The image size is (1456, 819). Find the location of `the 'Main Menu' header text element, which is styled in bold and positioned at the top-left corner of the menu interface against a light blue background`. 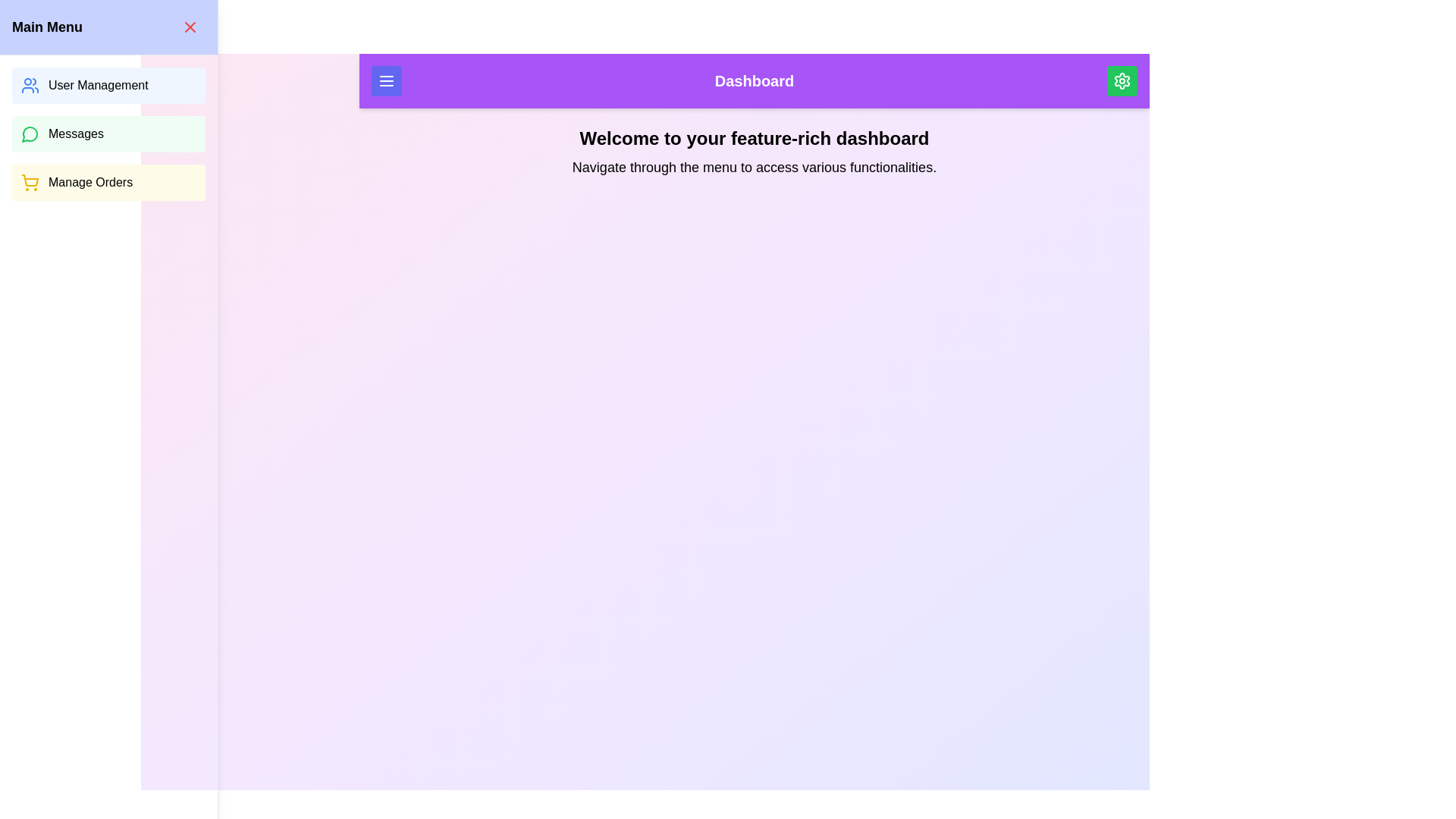

the 'Main Menu' header text element, which is styled in bold and positioned at the top-left corner of the menu interface against a light blue background is located at coordinates (47, 27).